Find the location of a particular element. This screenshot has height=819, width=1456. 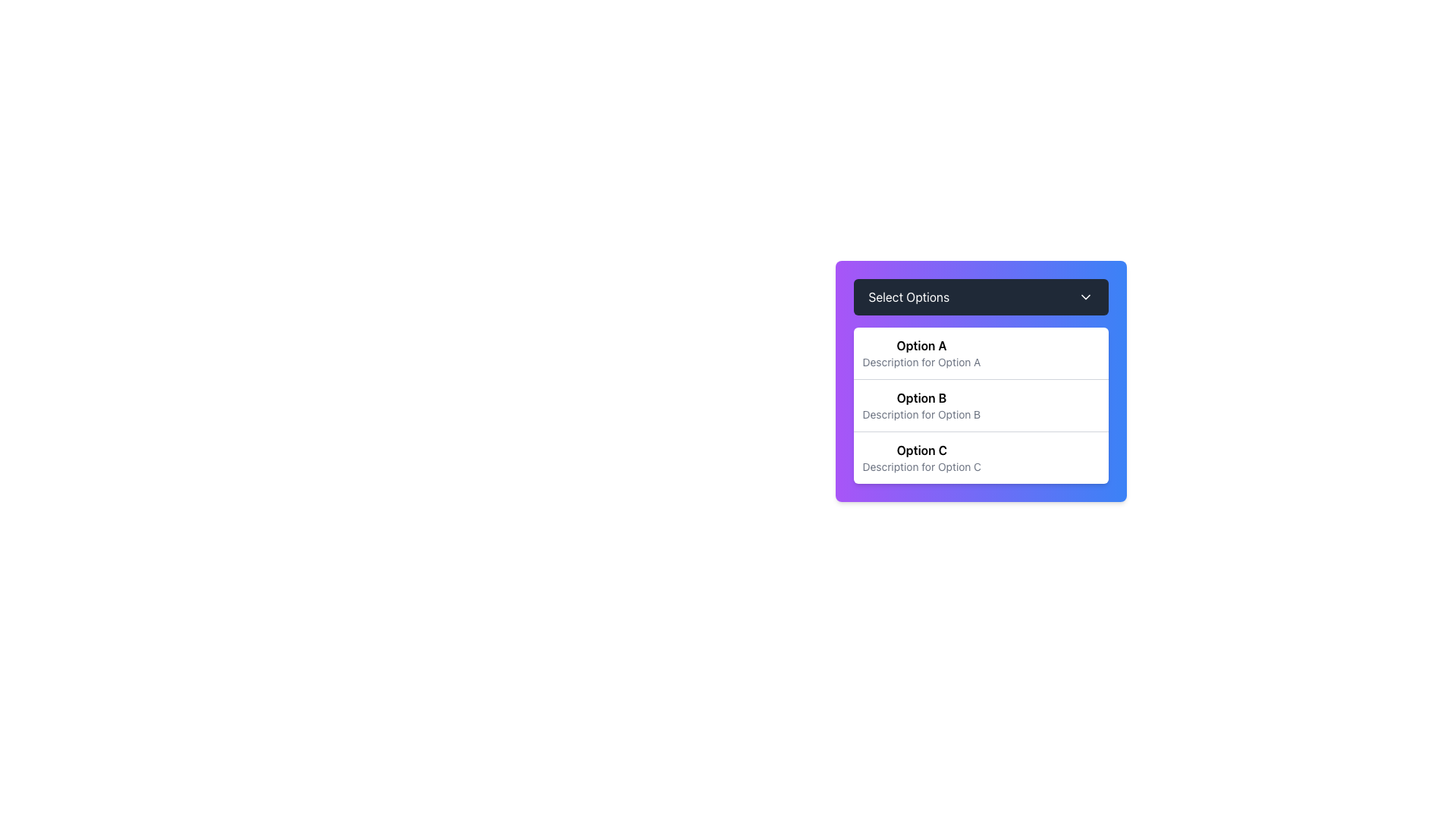

the List Item labeled 'Option C' is located at coordinates (921, 457).